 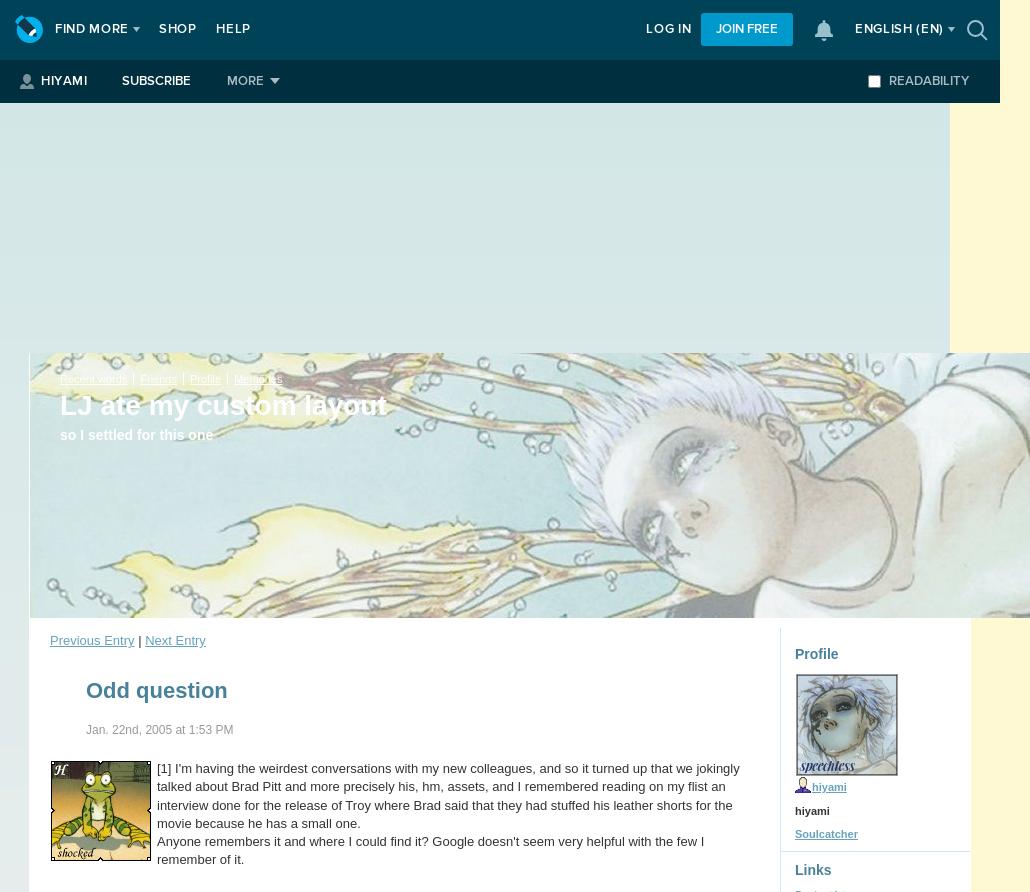 What do you see at coordinates (138, 639) in the screenshot?
I see `'|'` at bounding box center [138, 639].